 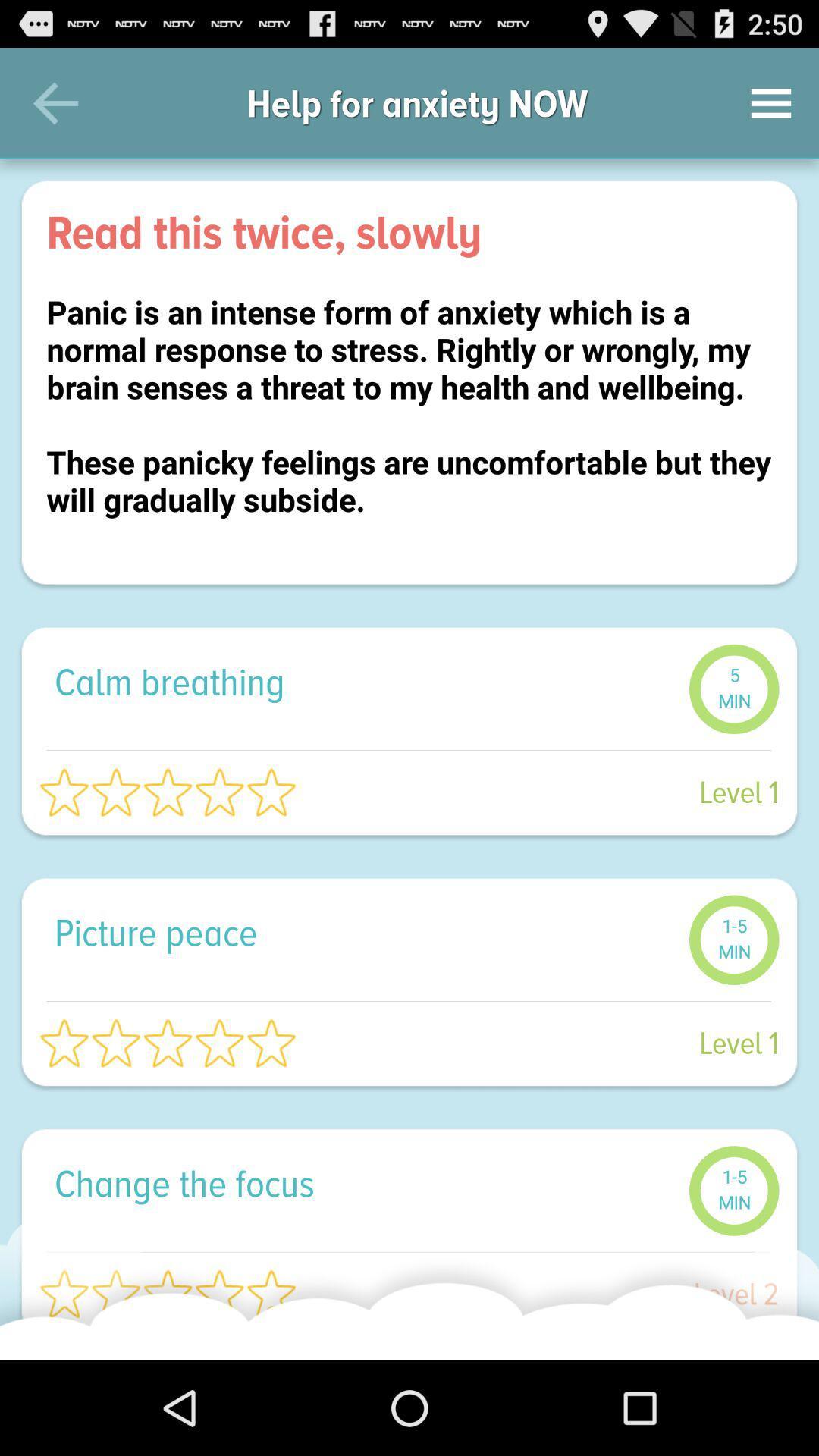 I want to click on panic is an icon, so click(x=409, y=425).